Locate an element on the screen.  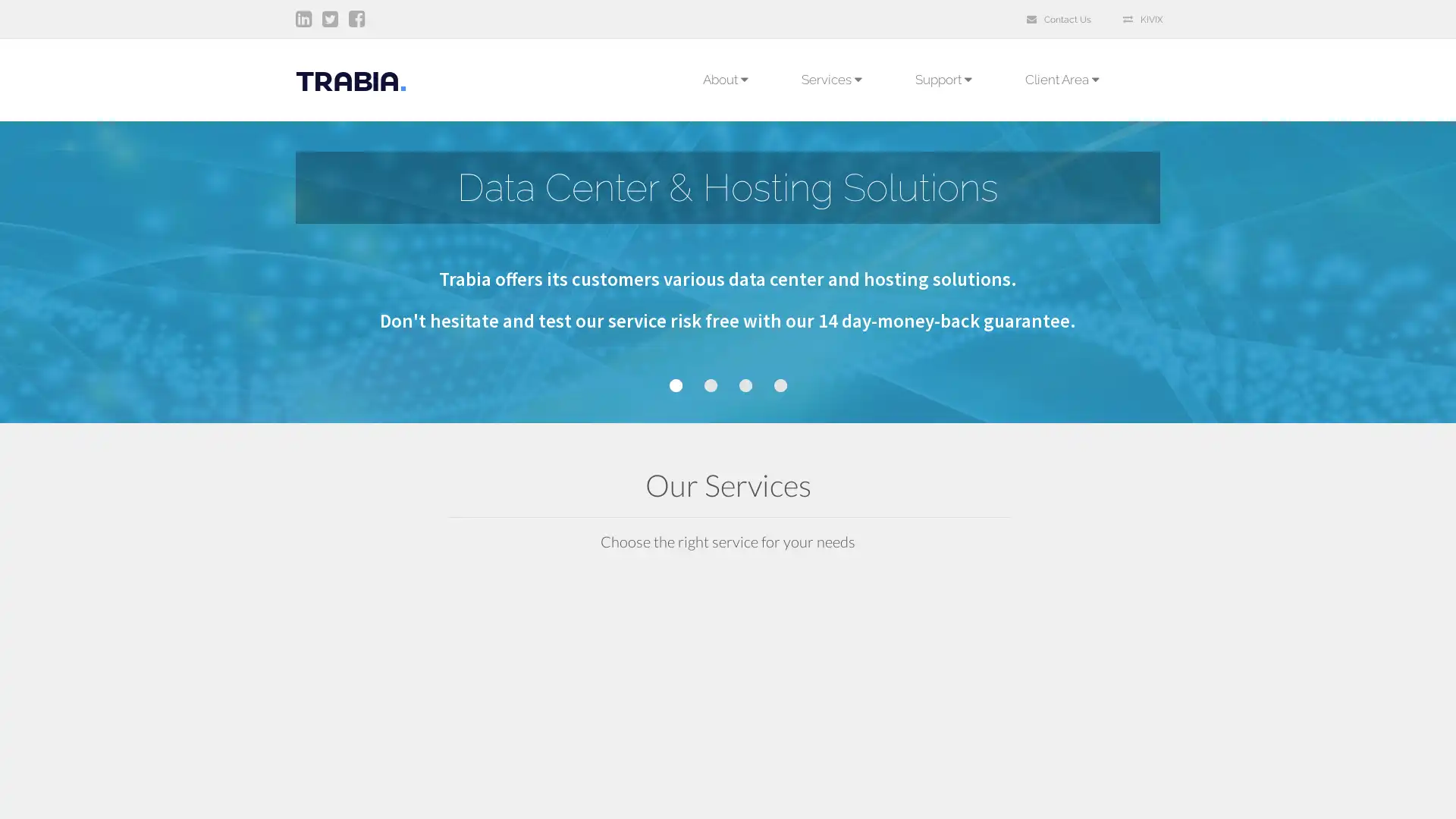
About is located at coordinates (724, 79).